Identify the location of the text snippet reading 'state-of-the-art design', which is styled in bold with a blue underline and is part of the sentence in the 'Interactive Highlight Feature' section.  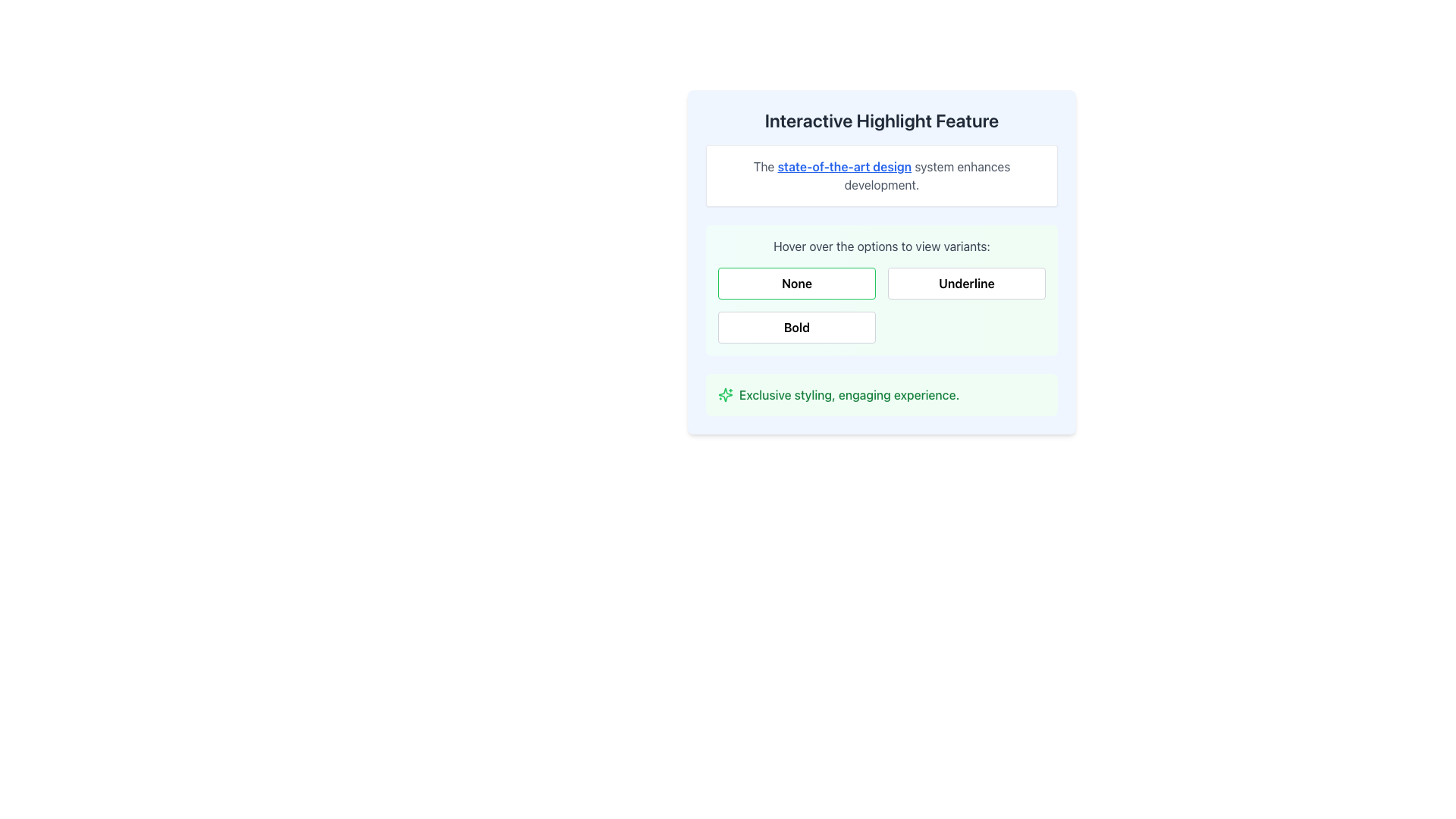
(843, 166).